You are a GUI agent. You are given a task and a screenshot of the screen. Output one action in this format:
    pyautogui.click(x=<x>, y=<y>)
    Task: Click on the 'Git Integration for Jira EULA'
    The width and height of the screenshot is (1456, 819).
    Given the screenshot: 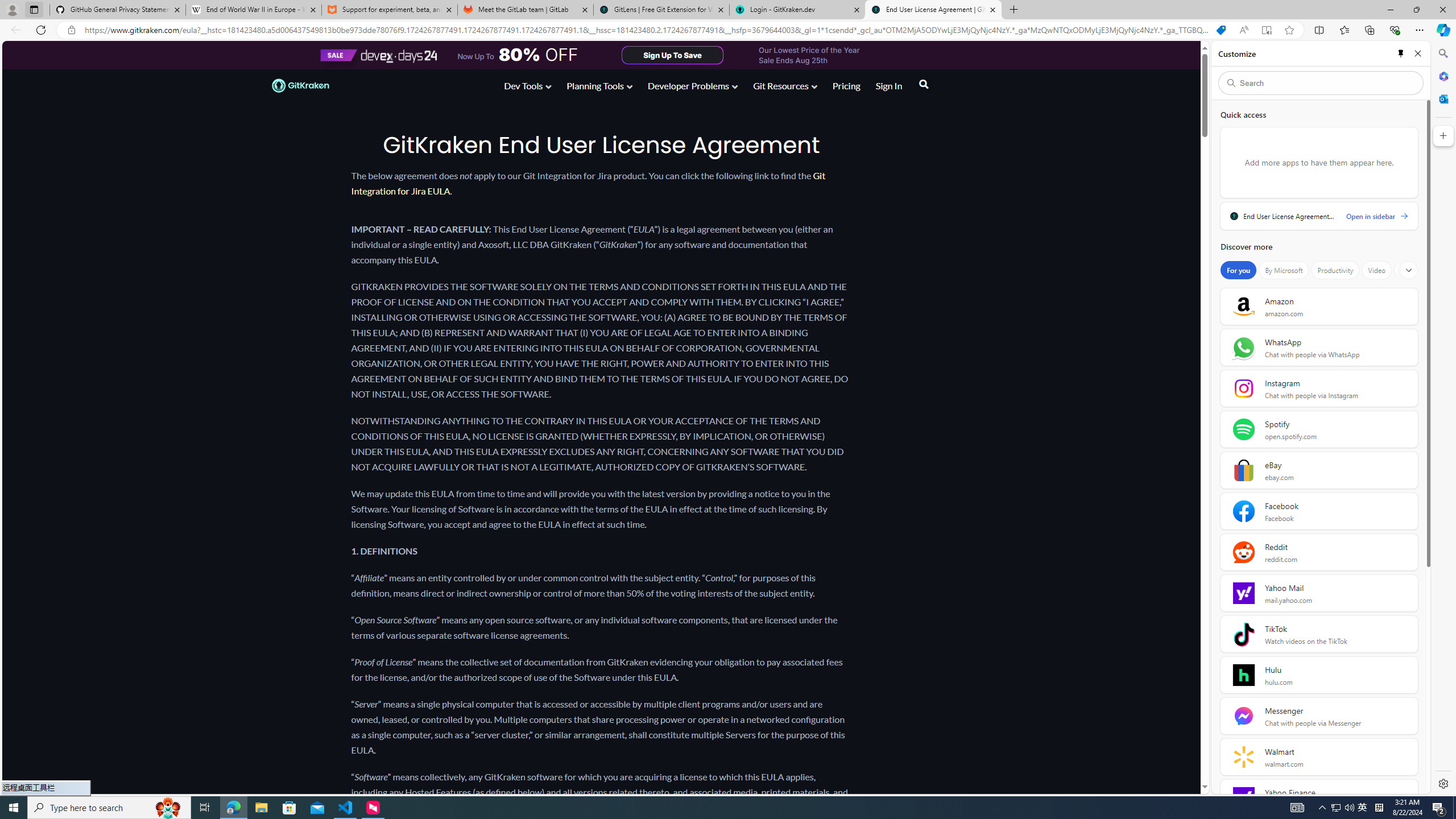 What is the action you would take?
    pyautogui.click(x=588, y=183)
    